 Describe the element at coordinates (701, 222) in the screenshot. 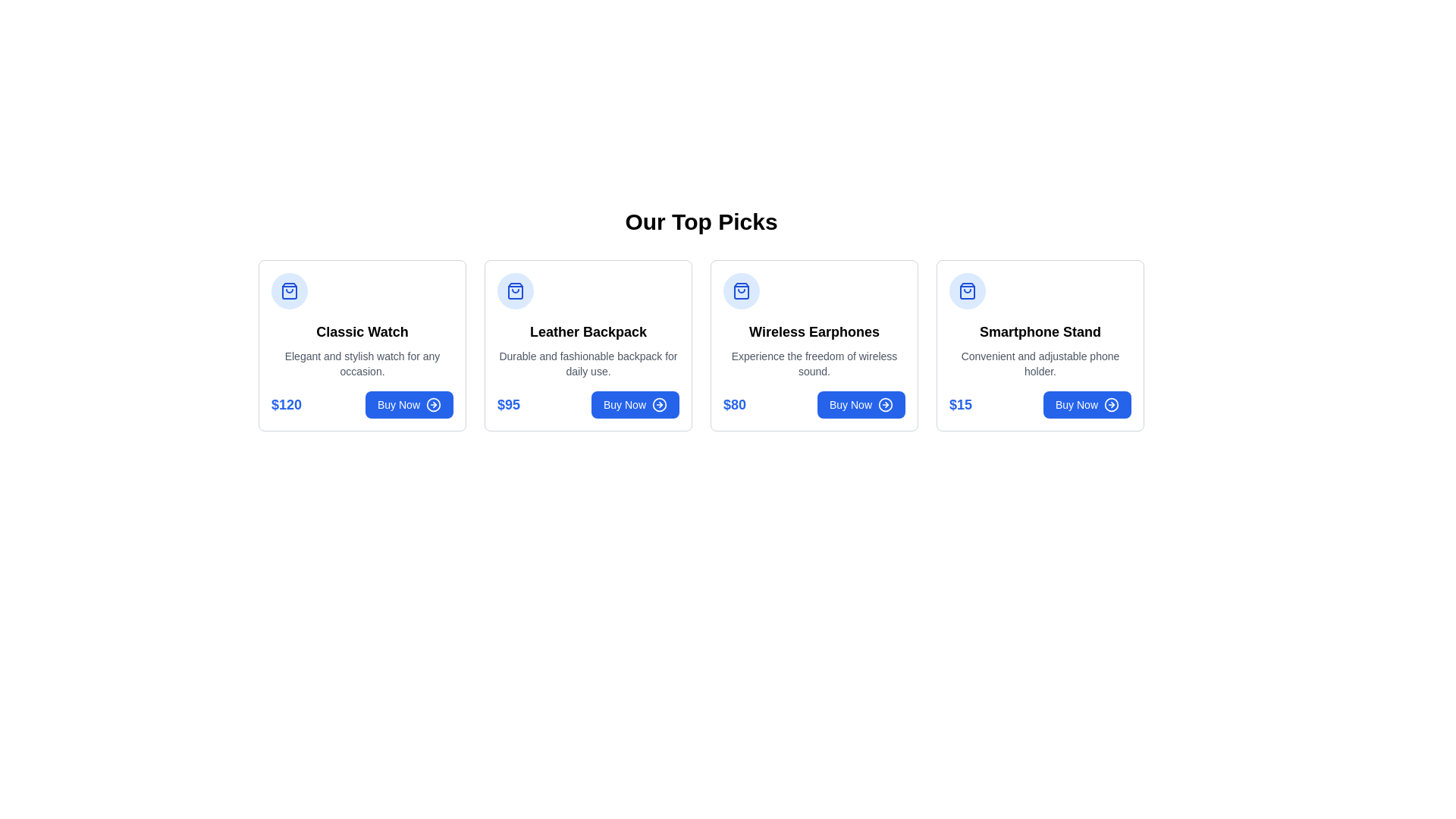

I see `header text displayed at the top of the section, which introduces the list of products below it` at that location.